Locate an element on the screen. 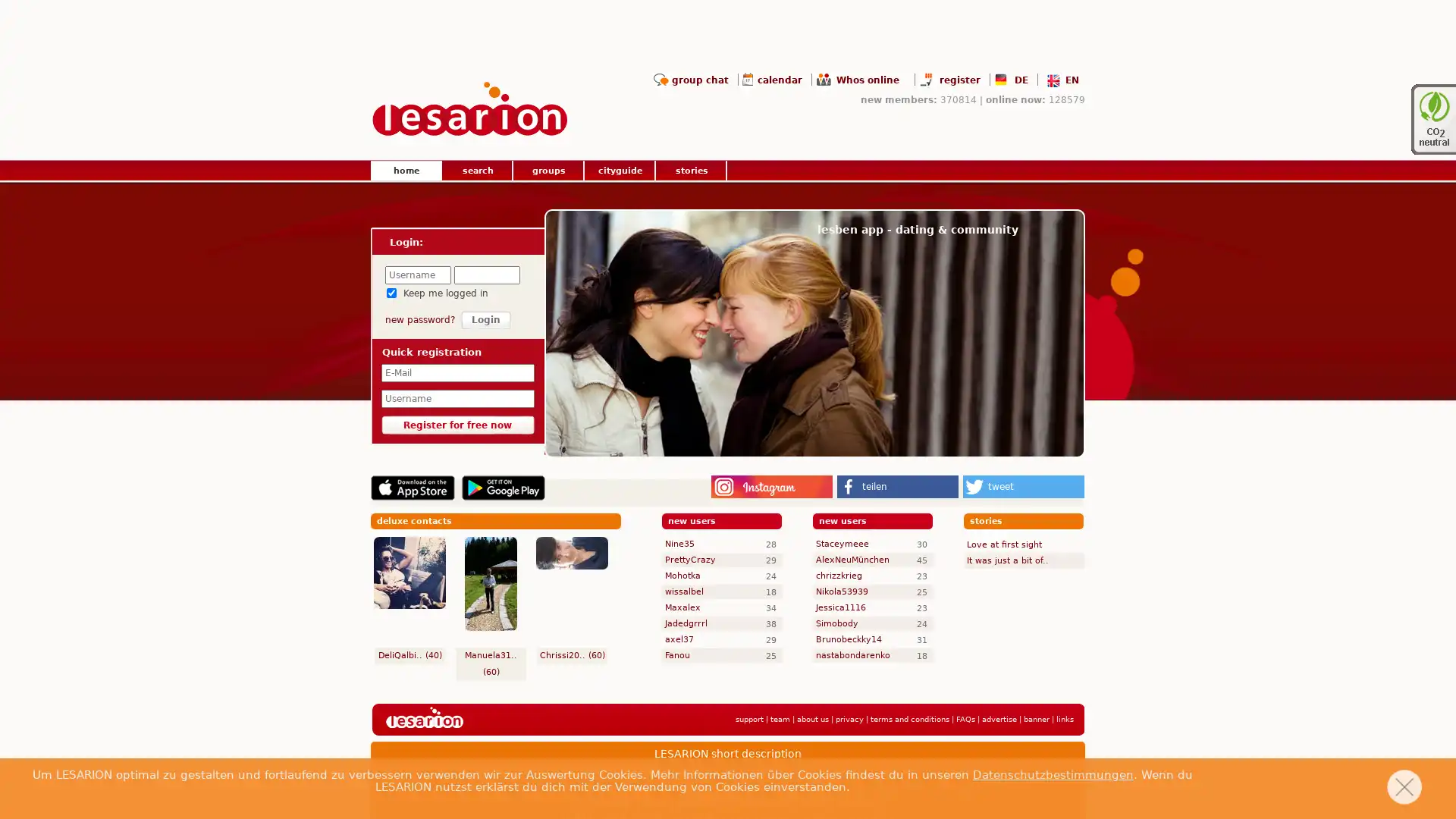 Image resolution: width=1456 pixels, height=819 pixels. Bei Twitter teilen is located at coordinates (1023, 486).